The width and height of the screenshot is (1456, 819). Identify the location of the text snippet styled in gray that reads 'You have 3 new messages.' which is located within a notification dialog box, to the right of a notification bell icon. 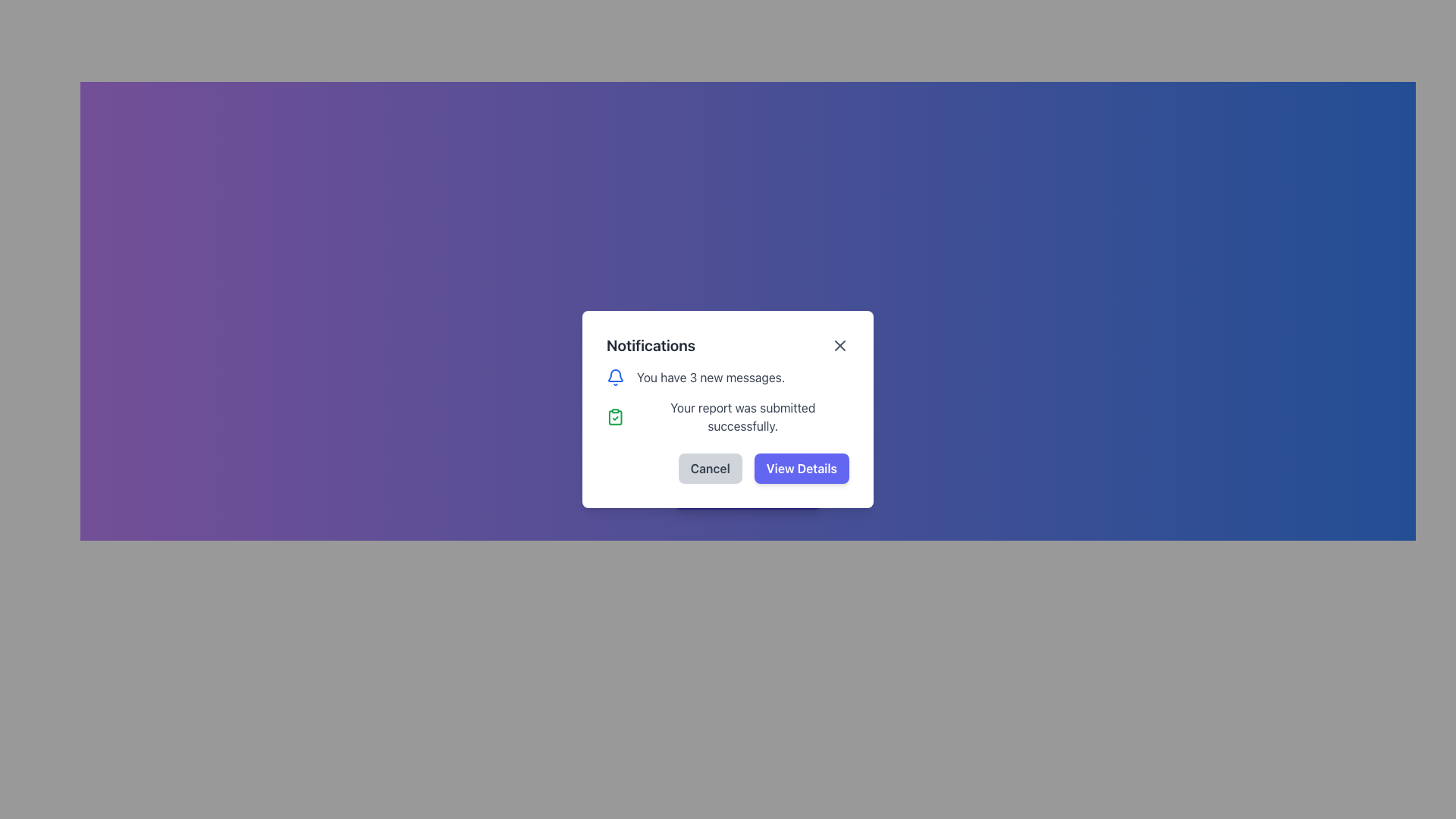
(710, 376).